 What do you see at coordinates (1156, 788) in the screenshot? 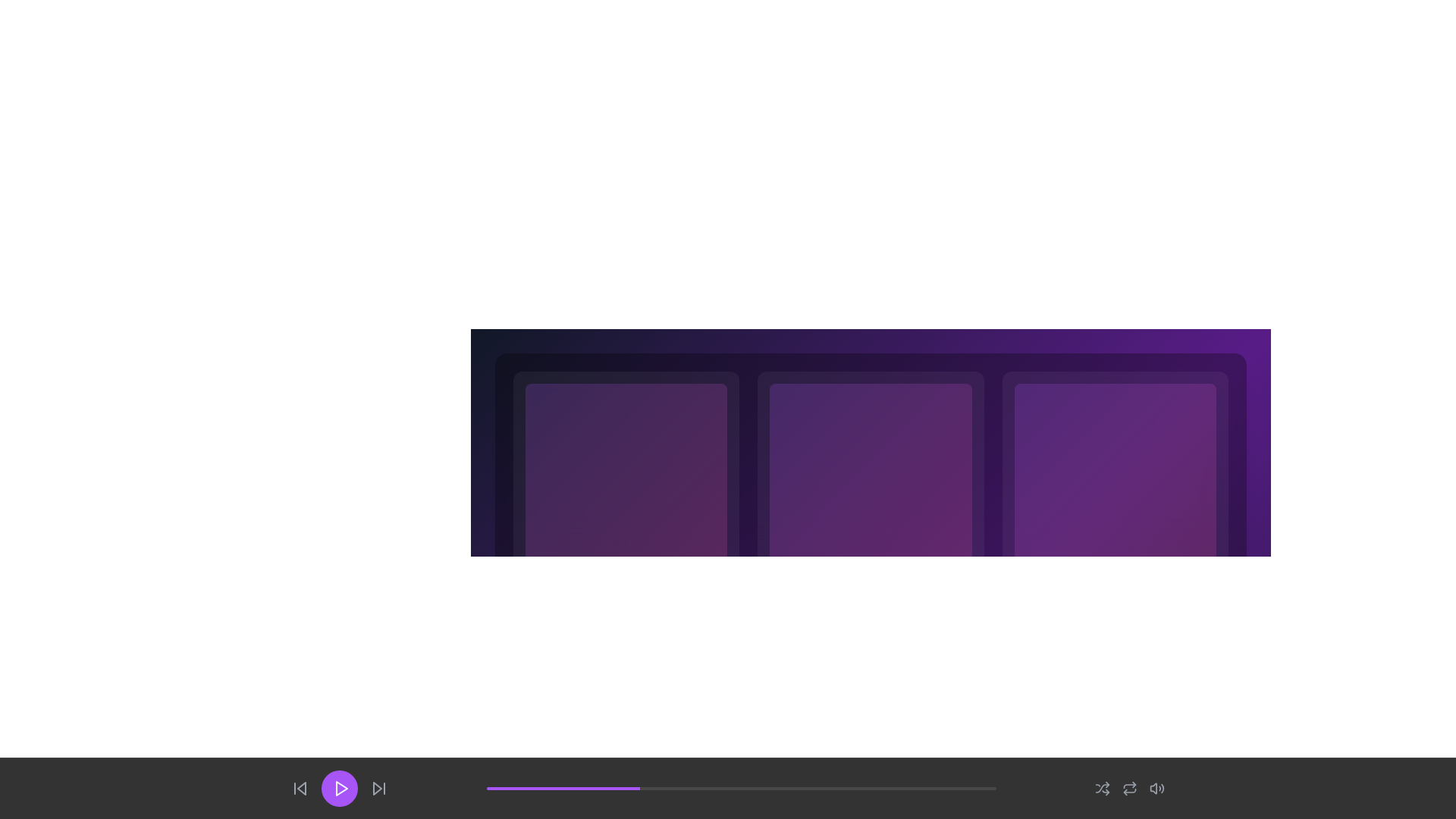
I see `the circular speaker icon button with sound waves at the far right end of the bottom control panel` at bounding box center [1156, 788].